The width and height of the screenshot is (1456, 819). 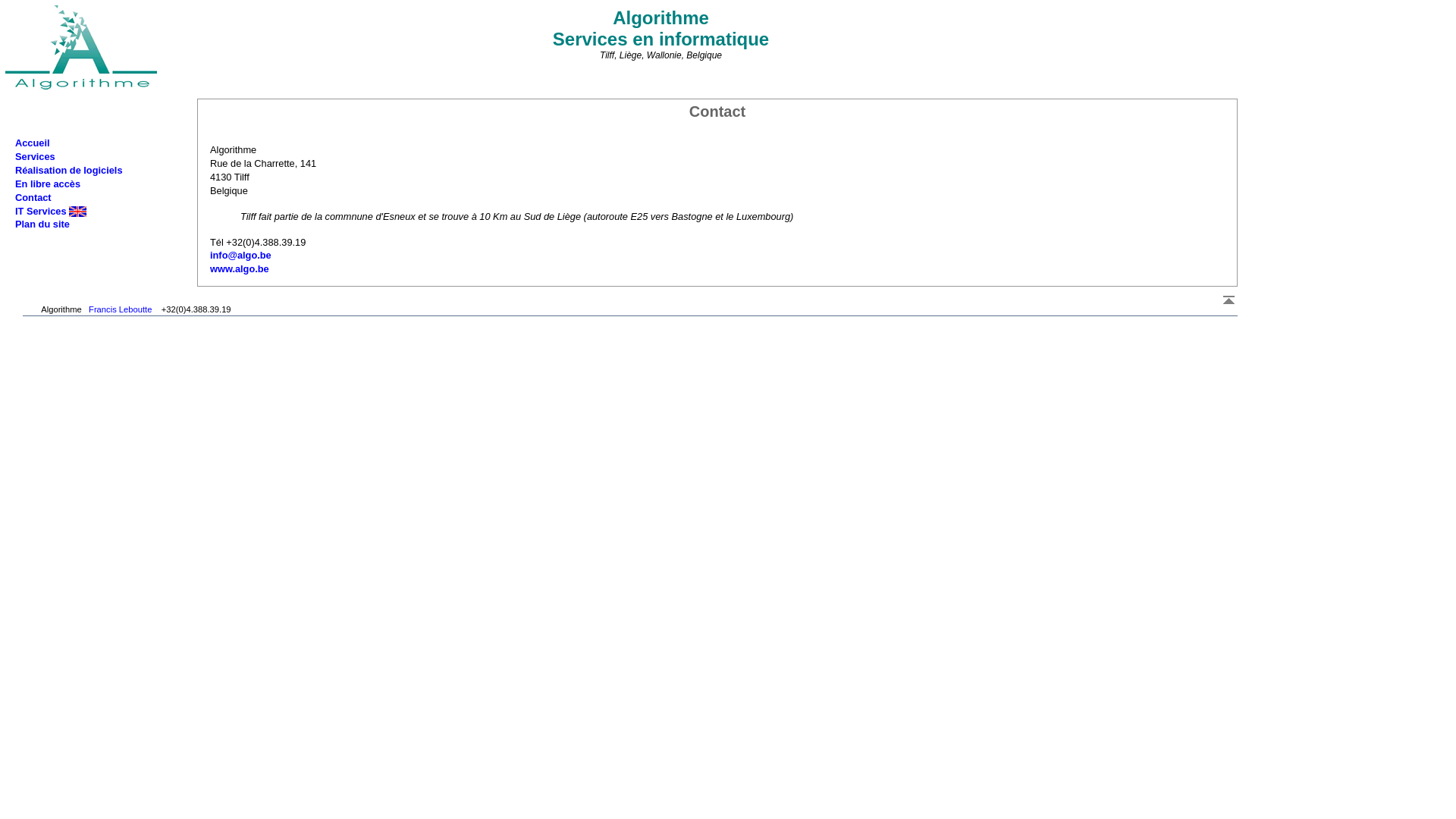 What do you see at coordinates (239, 268) in the screenshot?
I see `'www.algo.be'` at bounding box center [239, 268].